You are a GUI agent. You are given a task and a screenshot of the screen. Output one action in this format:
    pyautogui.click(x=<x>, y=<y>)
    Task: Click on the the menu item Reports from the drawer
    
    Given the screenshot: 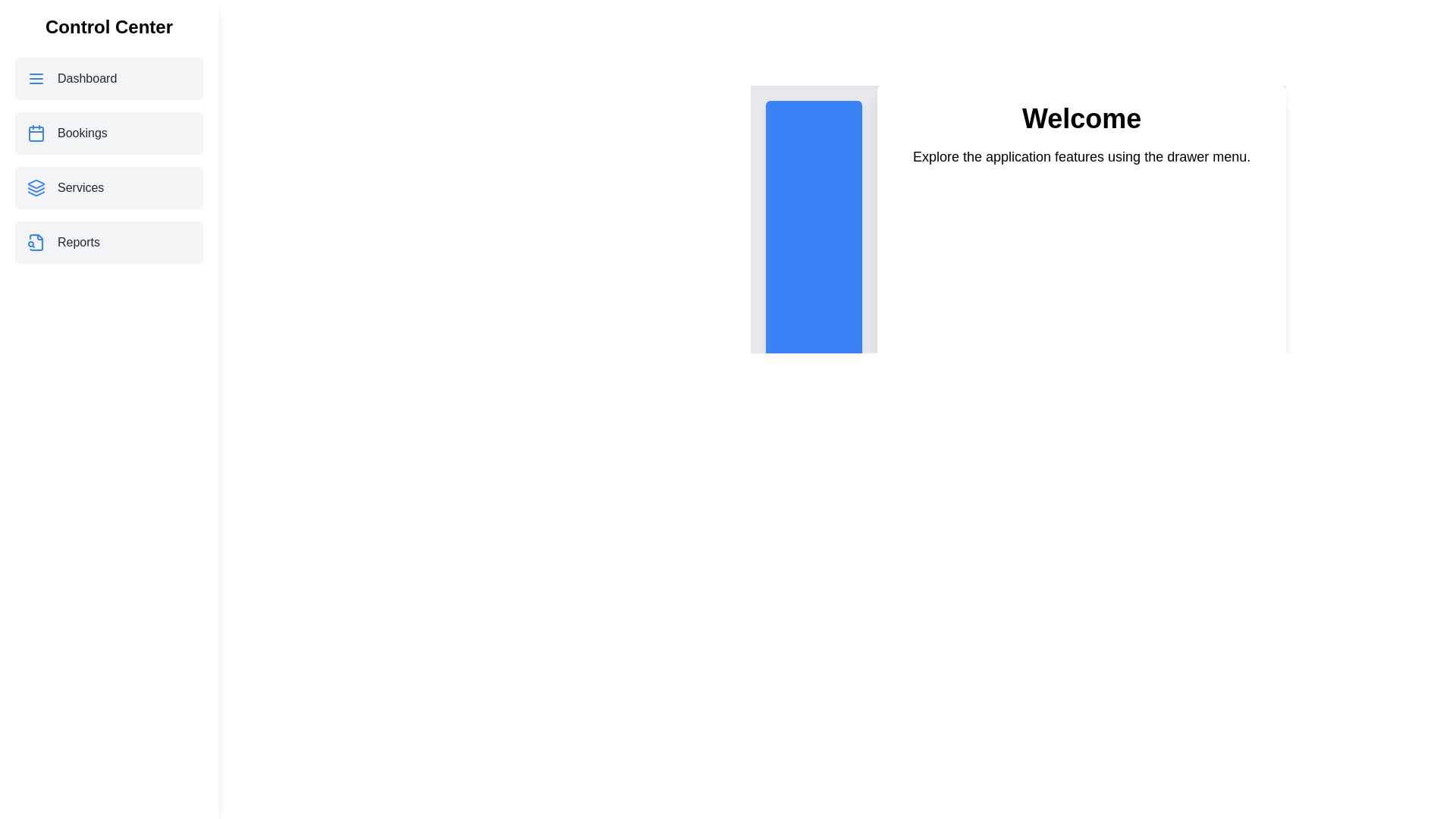 What is the action you would take?
    pyautogui.click(x=108, y=242)
    